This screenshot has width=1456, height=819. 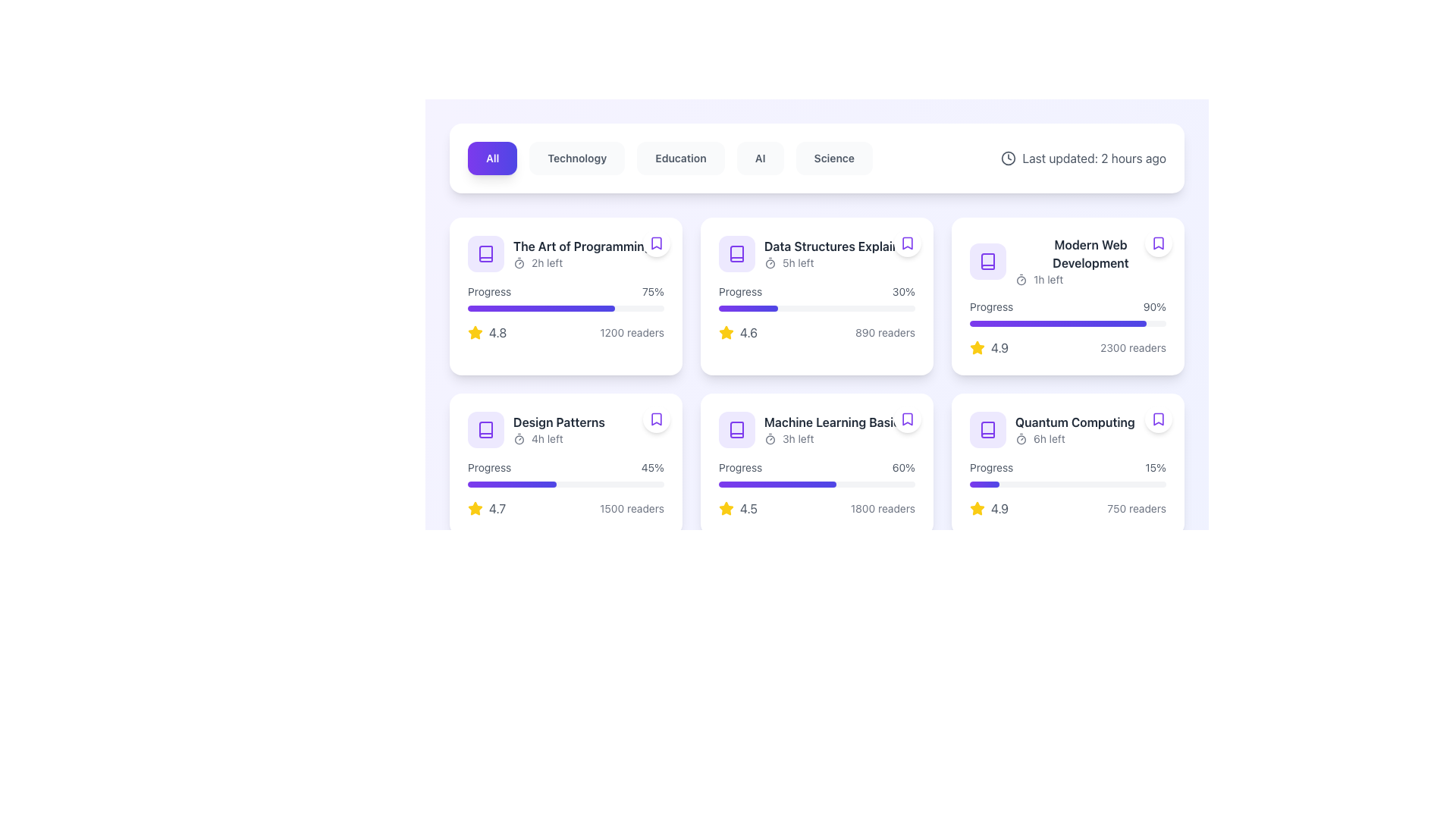 I want to click on the 'Technology' button, which is a rectangular button with a light gray background and dark gray bold text, located in the second position of a horizontal list of buttons, so click(x=576, y=158).